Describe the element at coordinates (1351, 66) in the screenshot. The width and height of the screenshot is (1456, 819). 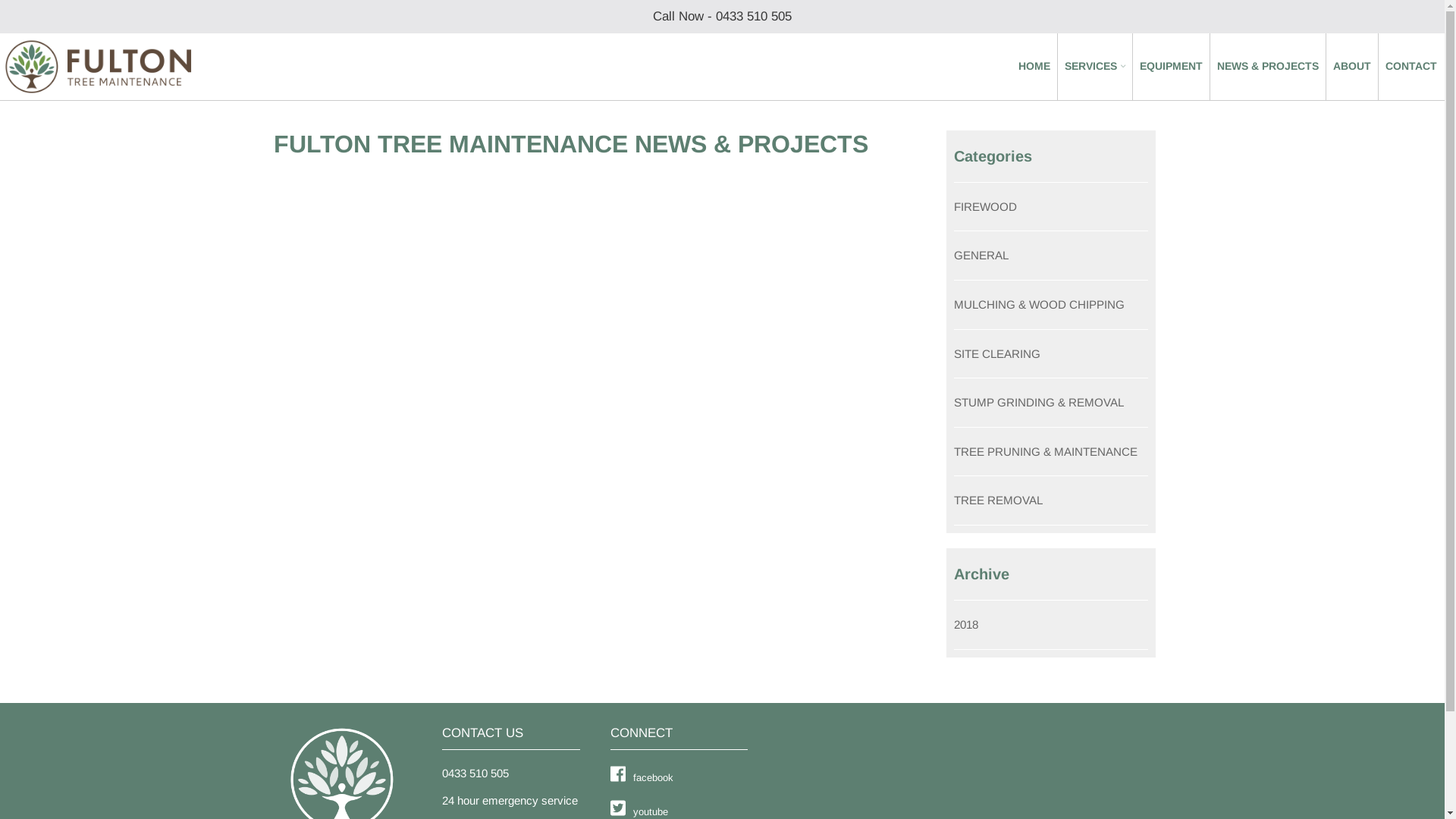
I see `'ABOUT'` at that location.